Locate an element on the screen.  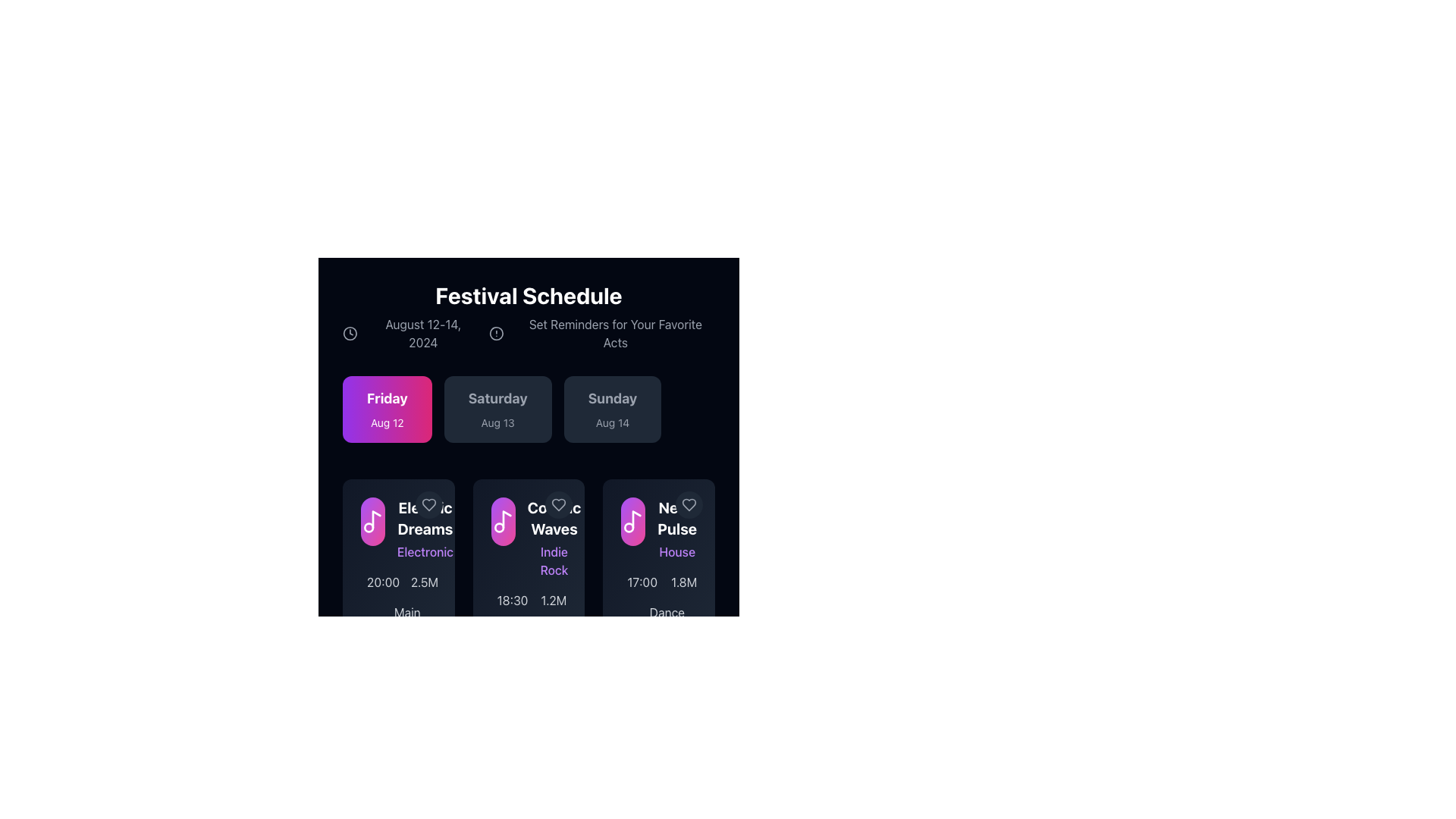
the text label displaying 'Aug 14' located at the bottom of the 'Sunday' card in the date selection list is located at coordinates (612, 423).